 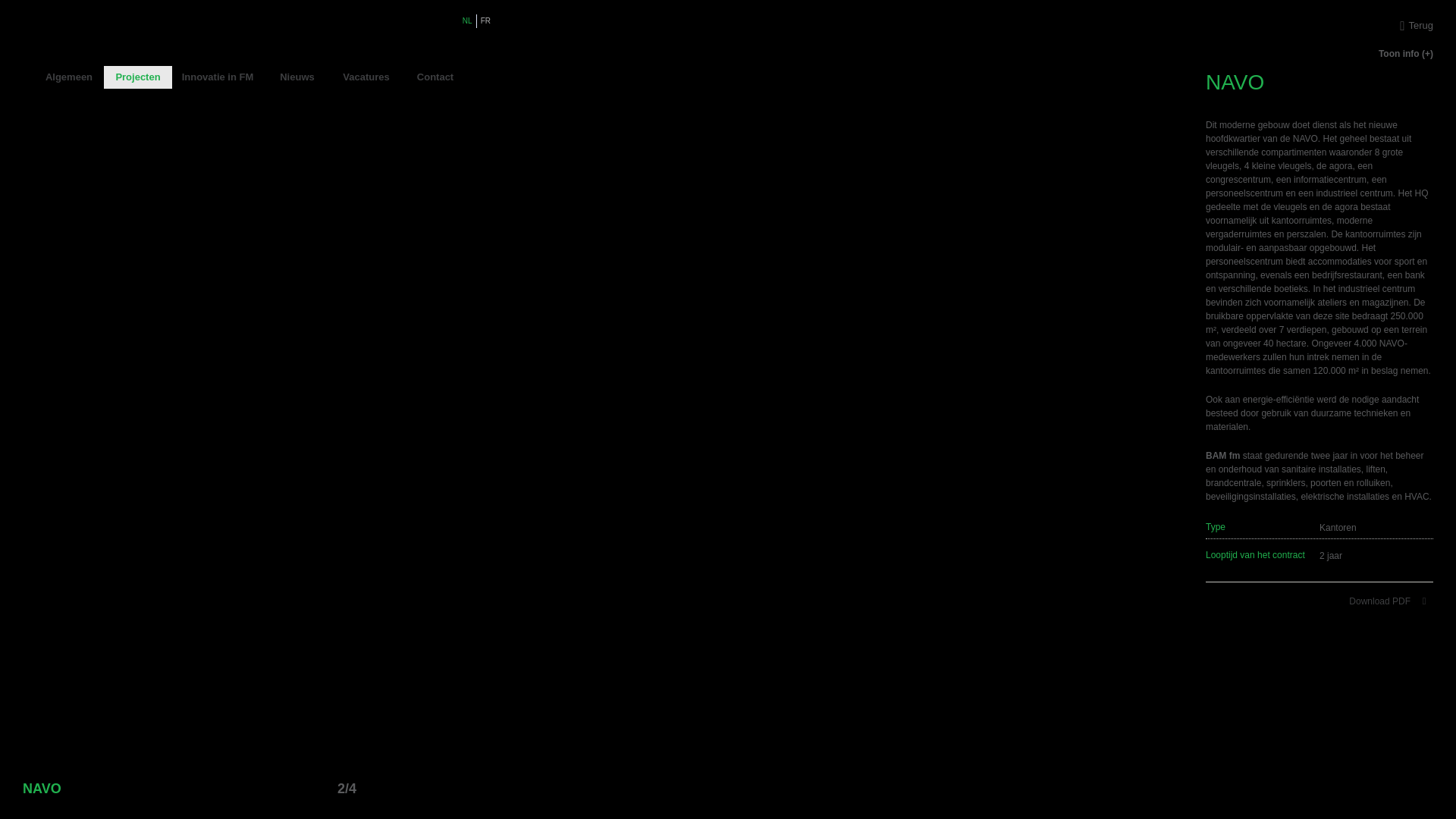 What do you see at coordinates (366, 77) in the screenshot?
I see `'Vacatures'` at bounding box center [366, 77].